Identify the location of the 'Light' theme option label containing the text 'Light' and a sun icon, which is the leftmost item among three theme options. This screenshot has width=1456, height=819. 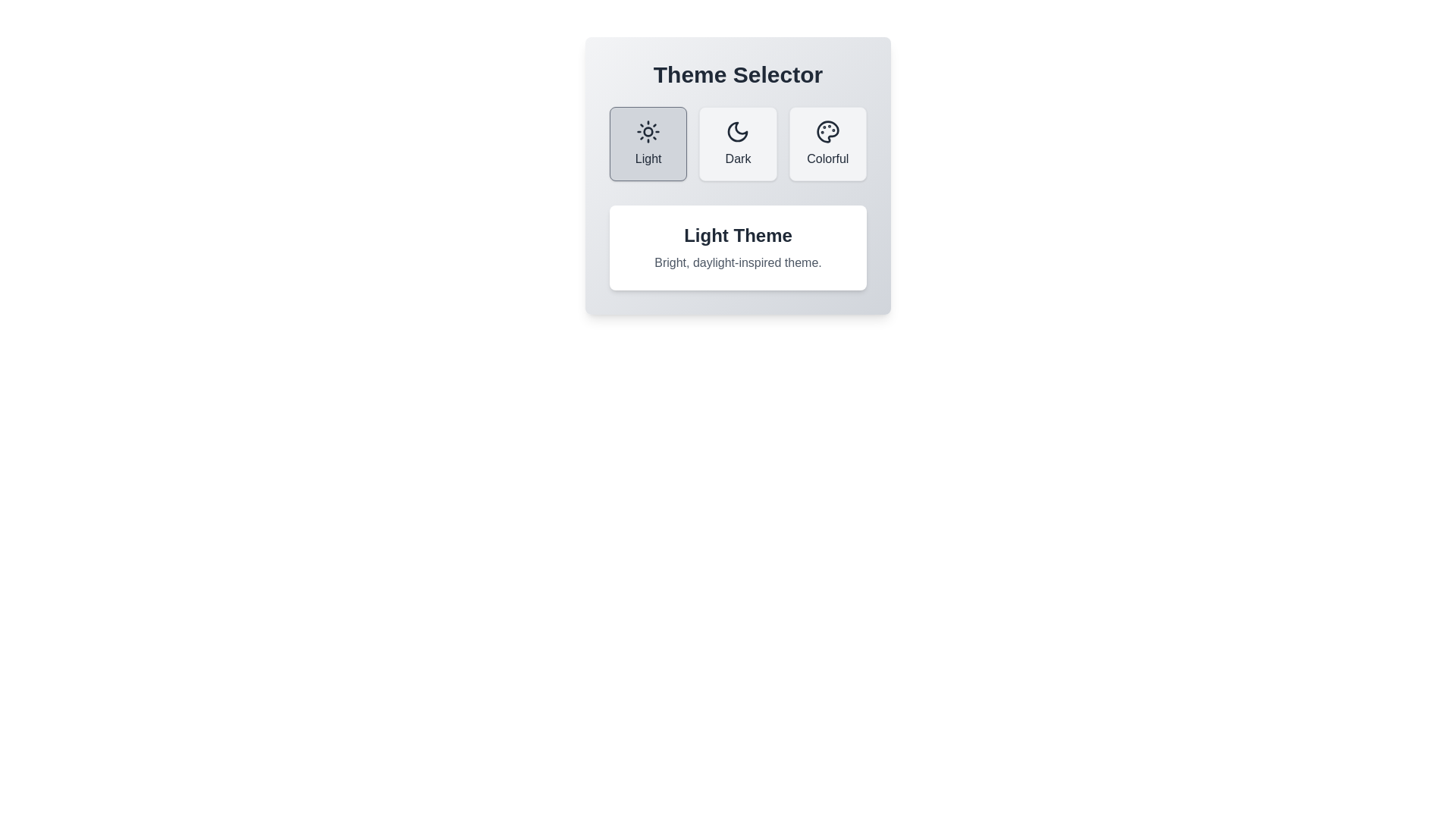
(648, 158).